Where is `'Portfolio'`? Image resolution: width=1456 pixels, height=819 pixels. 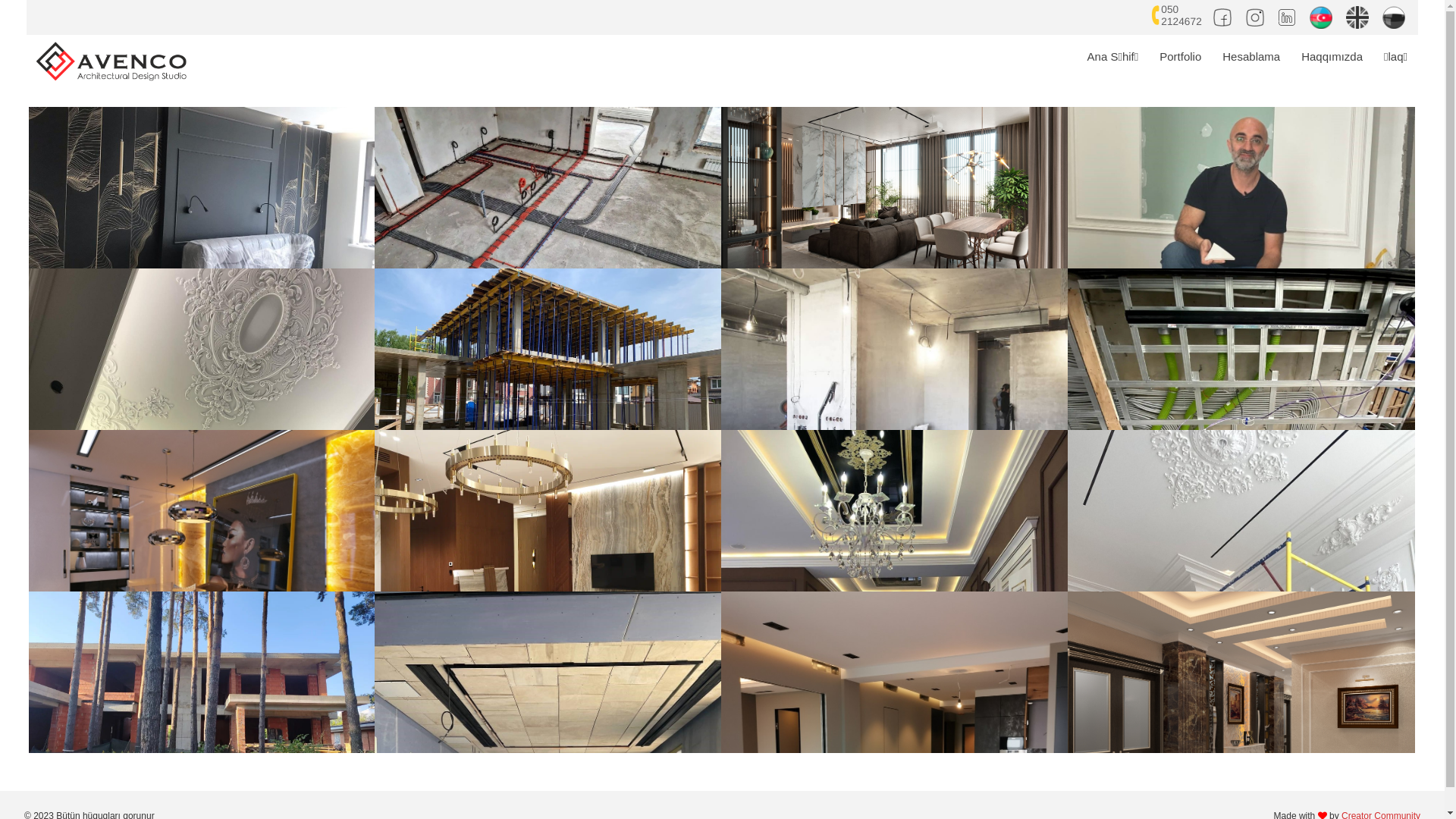 'Portfolio' is located at coordinates (1179, 55).